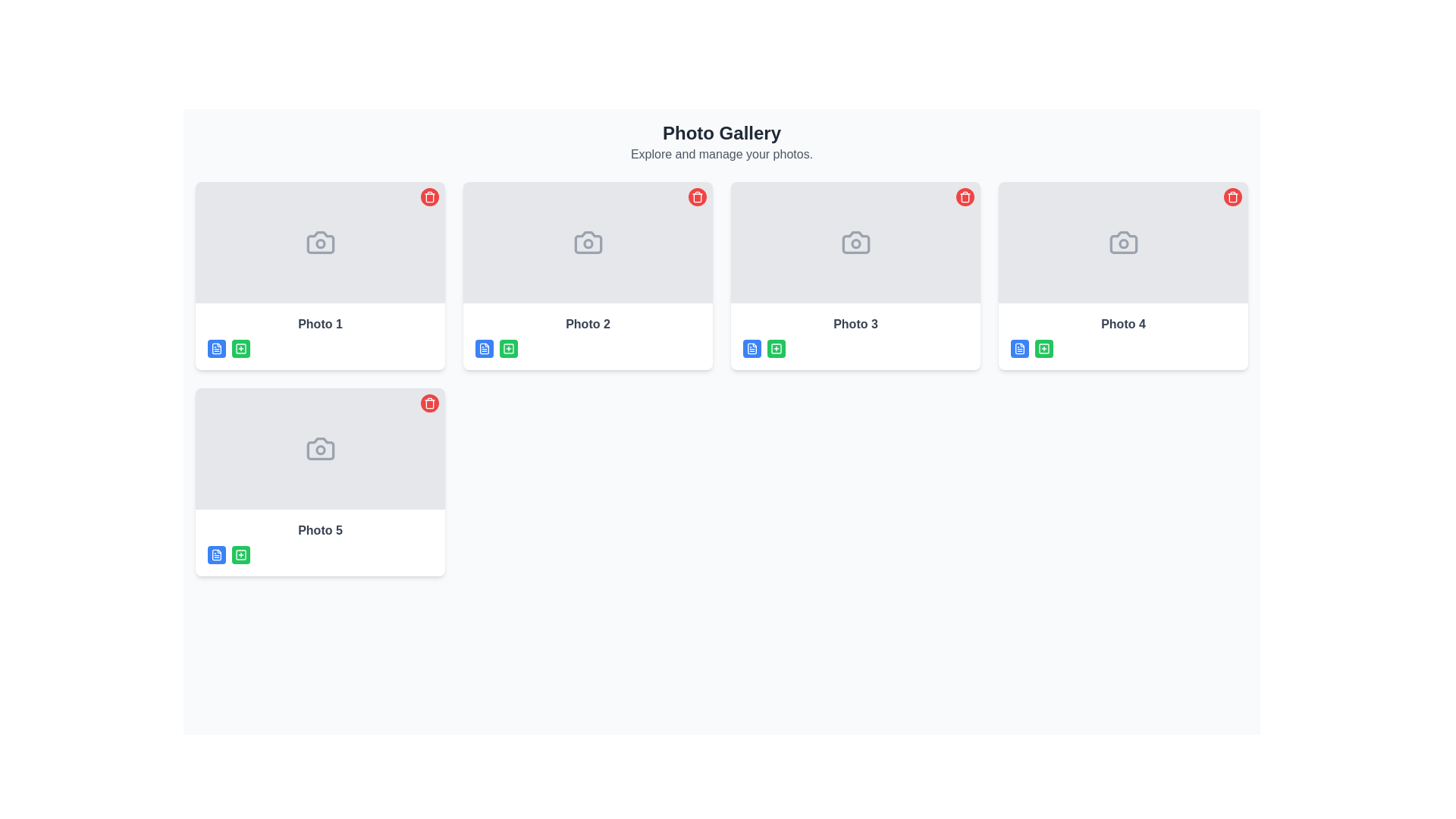 This screenshot has height=819, width=1456. Describe the element at coordinates (216, 555) in the screenshot. I see `the Icon button located in the lower-right section of the 'Photo 5' card in the photo gallery, which is part of a horizontal arrangement of action icons below the photo thumbnail` at that location.